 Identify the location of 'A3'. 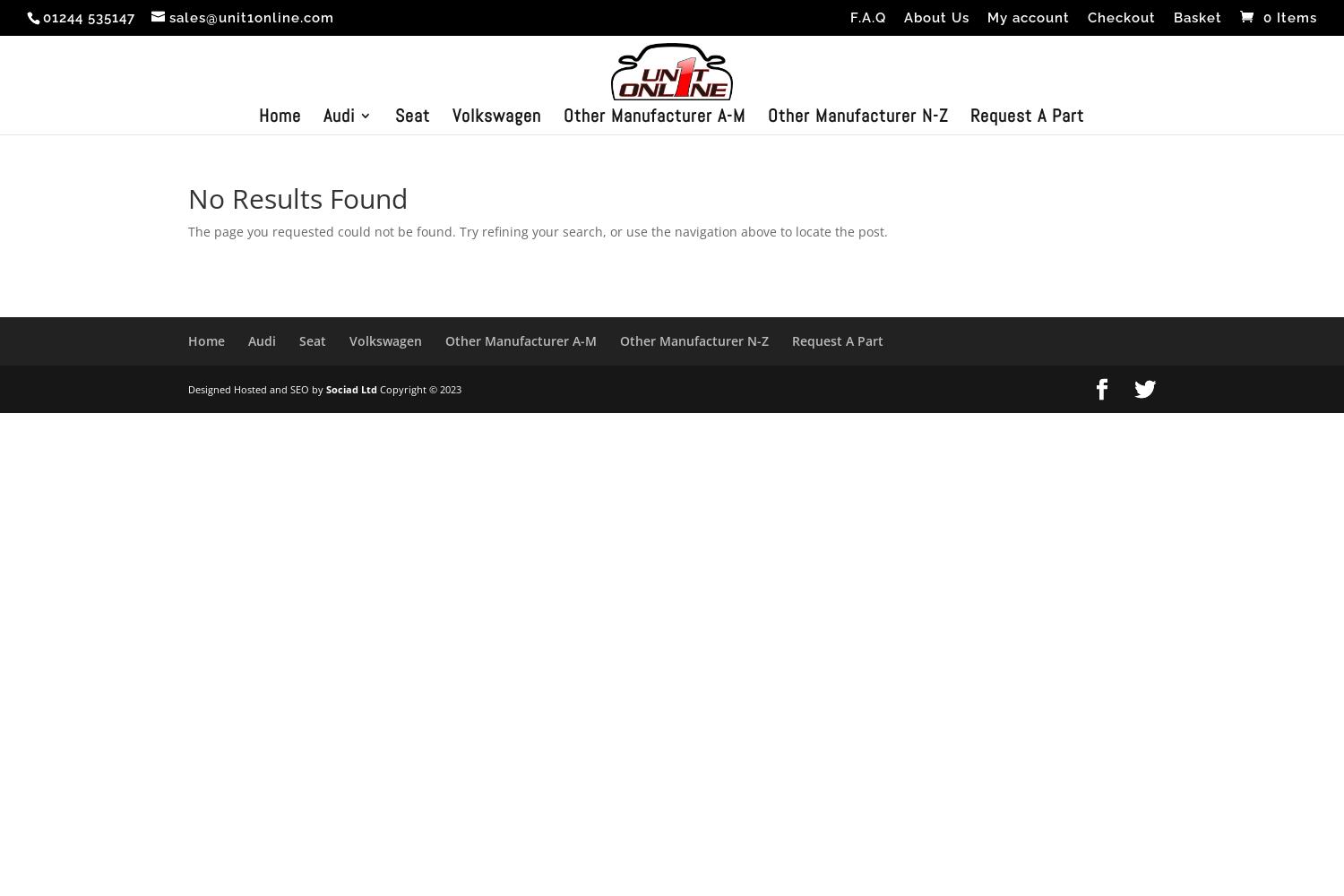
(367, 171).